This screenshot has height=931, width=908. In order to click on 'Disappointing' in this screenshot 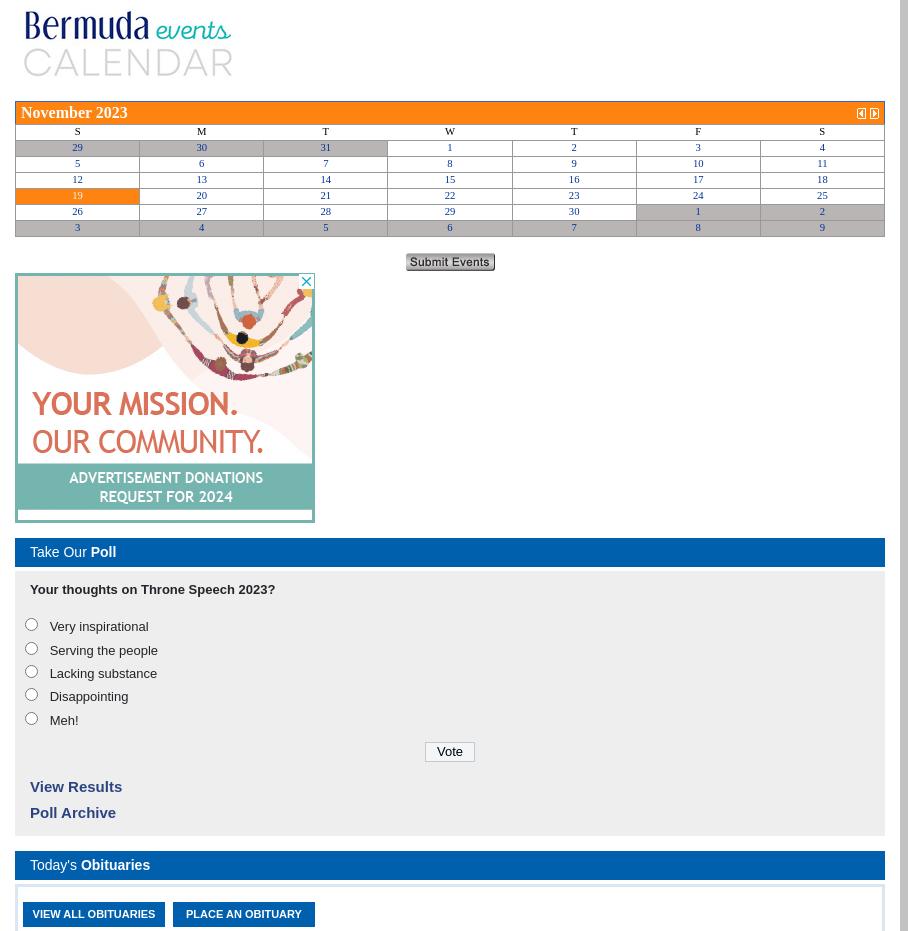, I will do `click(87, 695)`.